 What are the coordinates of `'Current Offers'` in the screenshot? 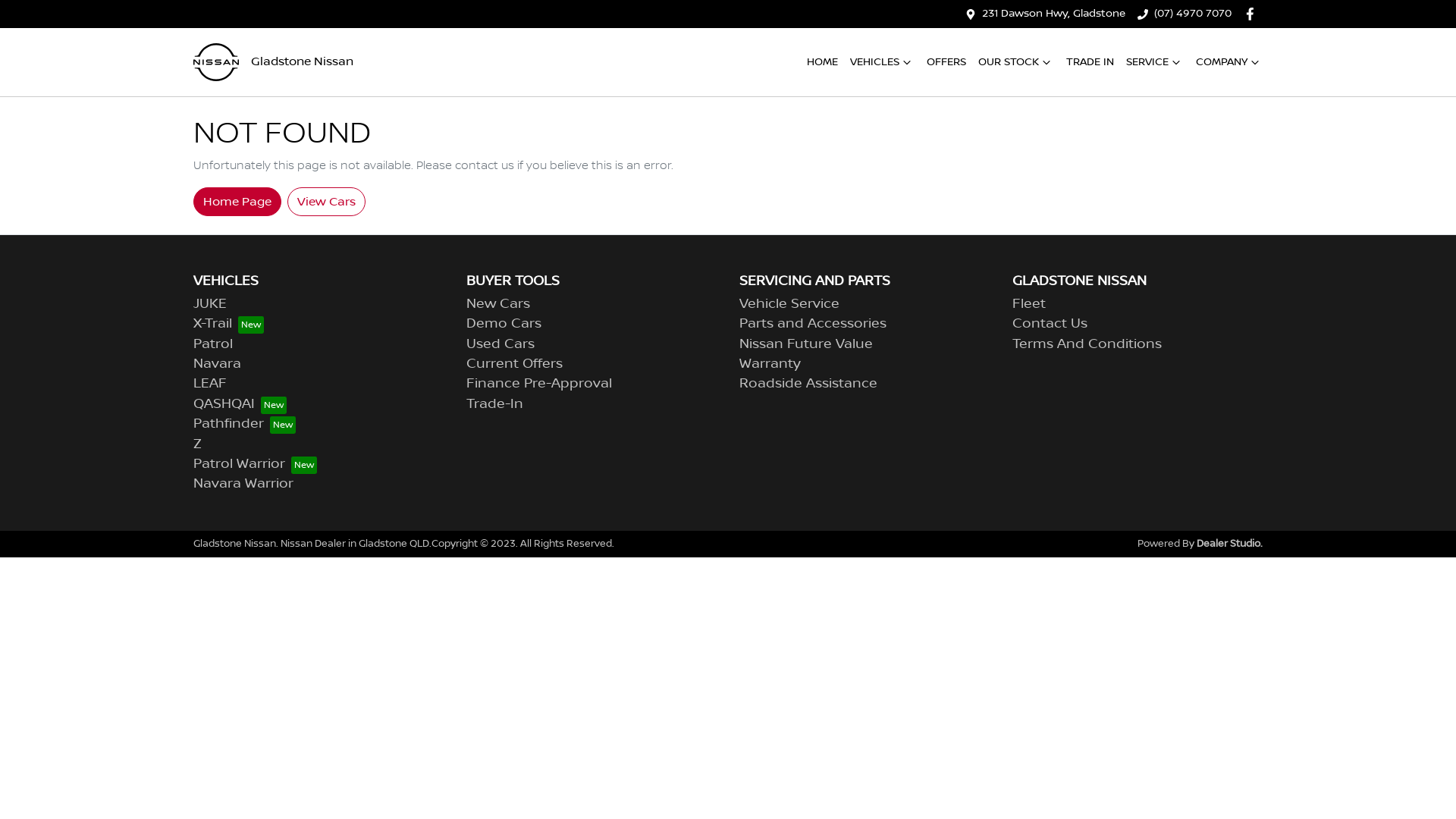 It's located at (514, 363).